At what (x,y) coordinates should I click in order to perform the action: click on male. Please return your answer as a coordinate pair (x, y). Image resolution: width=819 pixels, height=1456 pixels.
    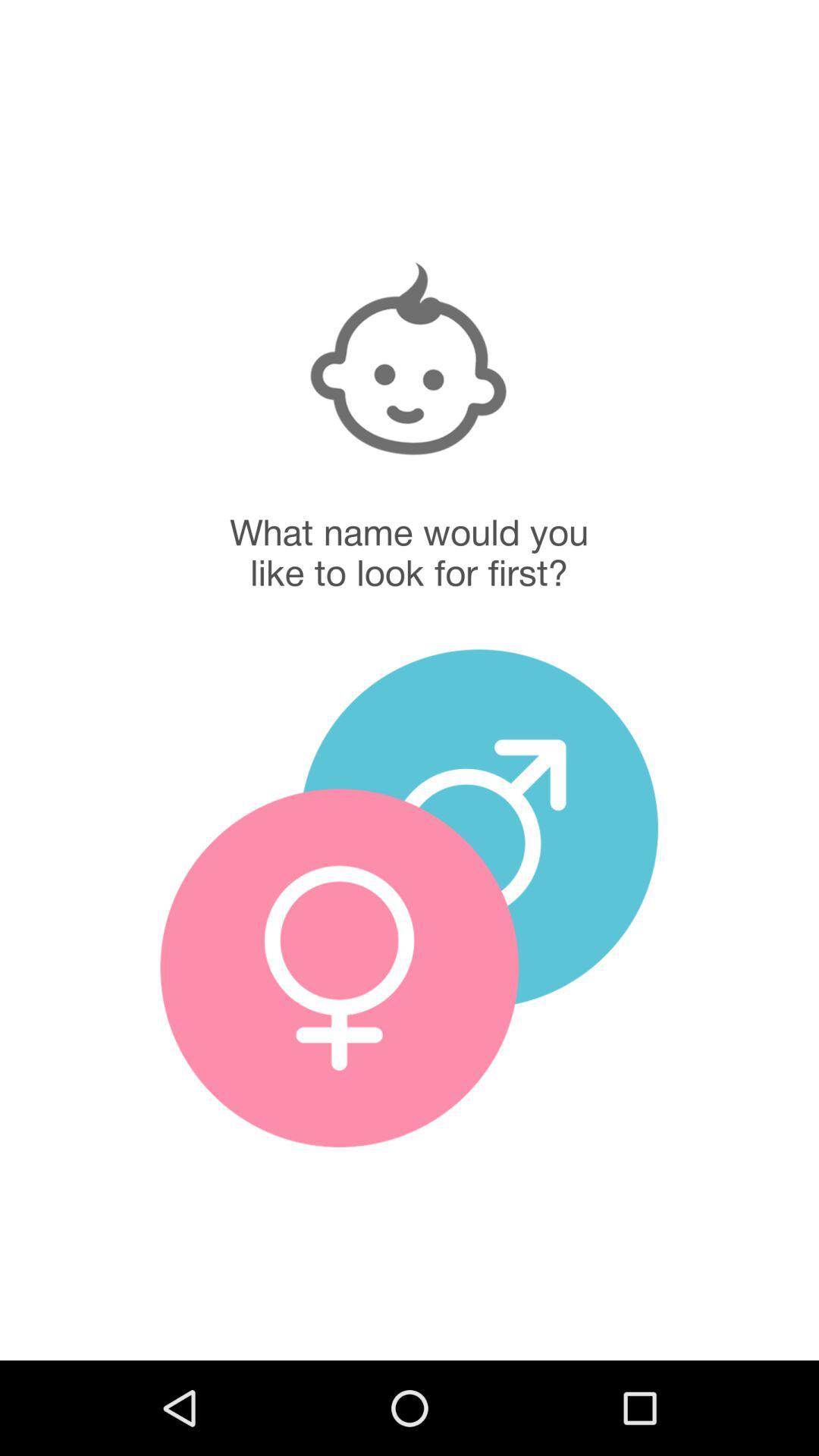
    Looking at the image, I should click on (479, 827).